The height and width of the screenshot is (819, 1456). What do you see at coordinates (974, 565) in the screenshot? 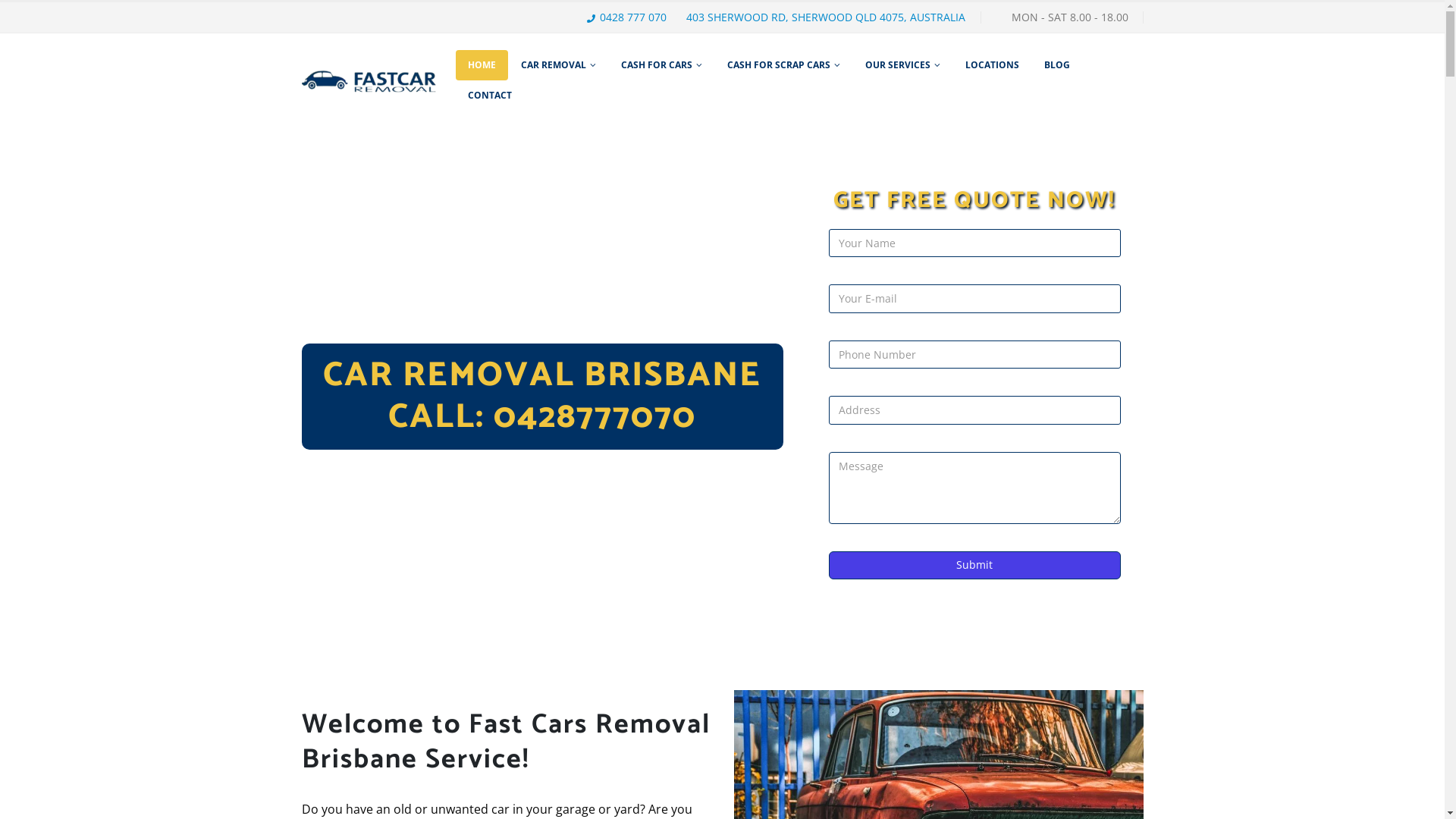
I see `'Submit'` at bounding box center [974, 565].